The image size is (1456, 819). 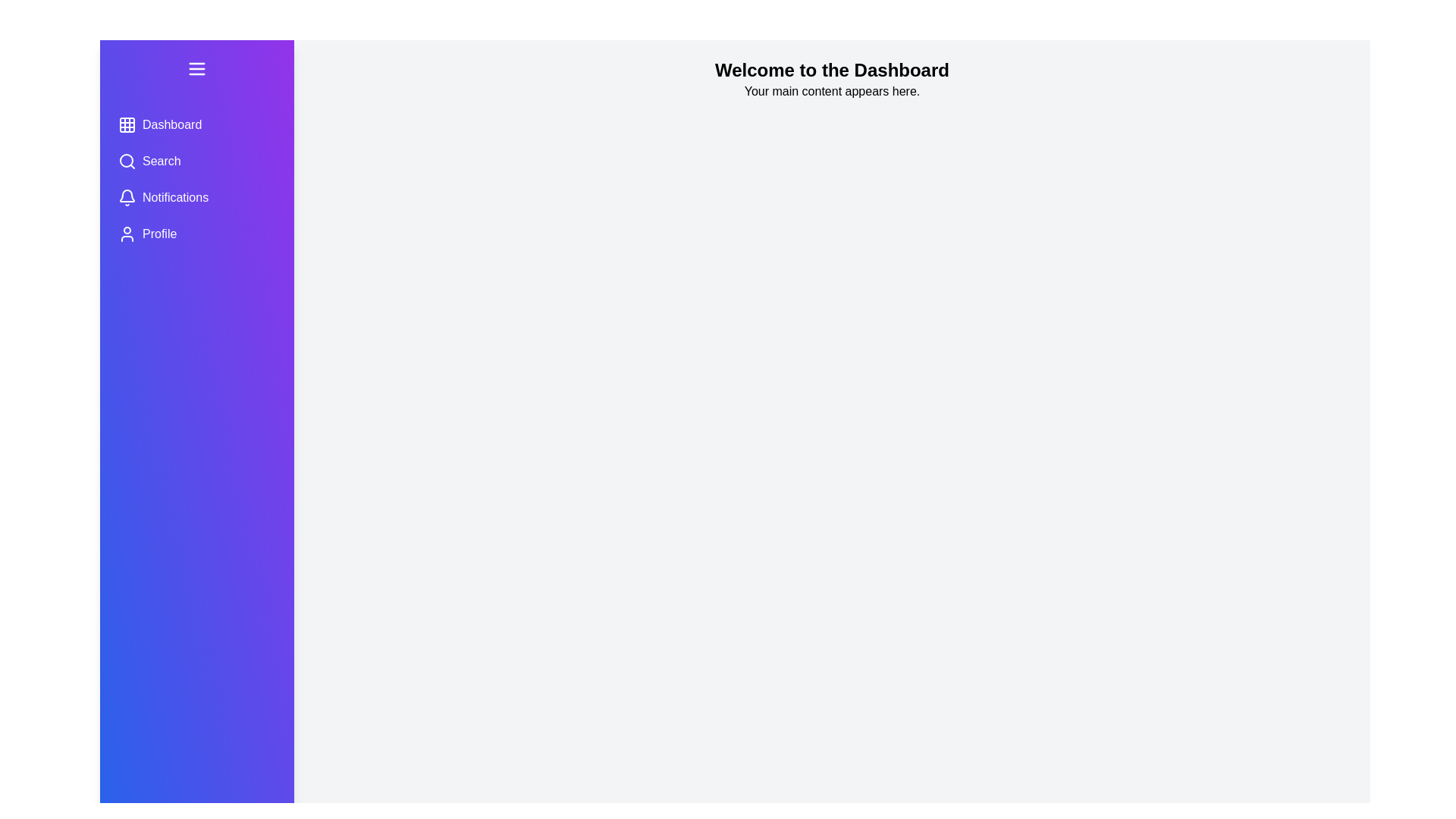 What do you see at coordinates (196, 69) in the screenshot?
I see `the menu button to toggle the sidebar` at bounding box center [196, 69].